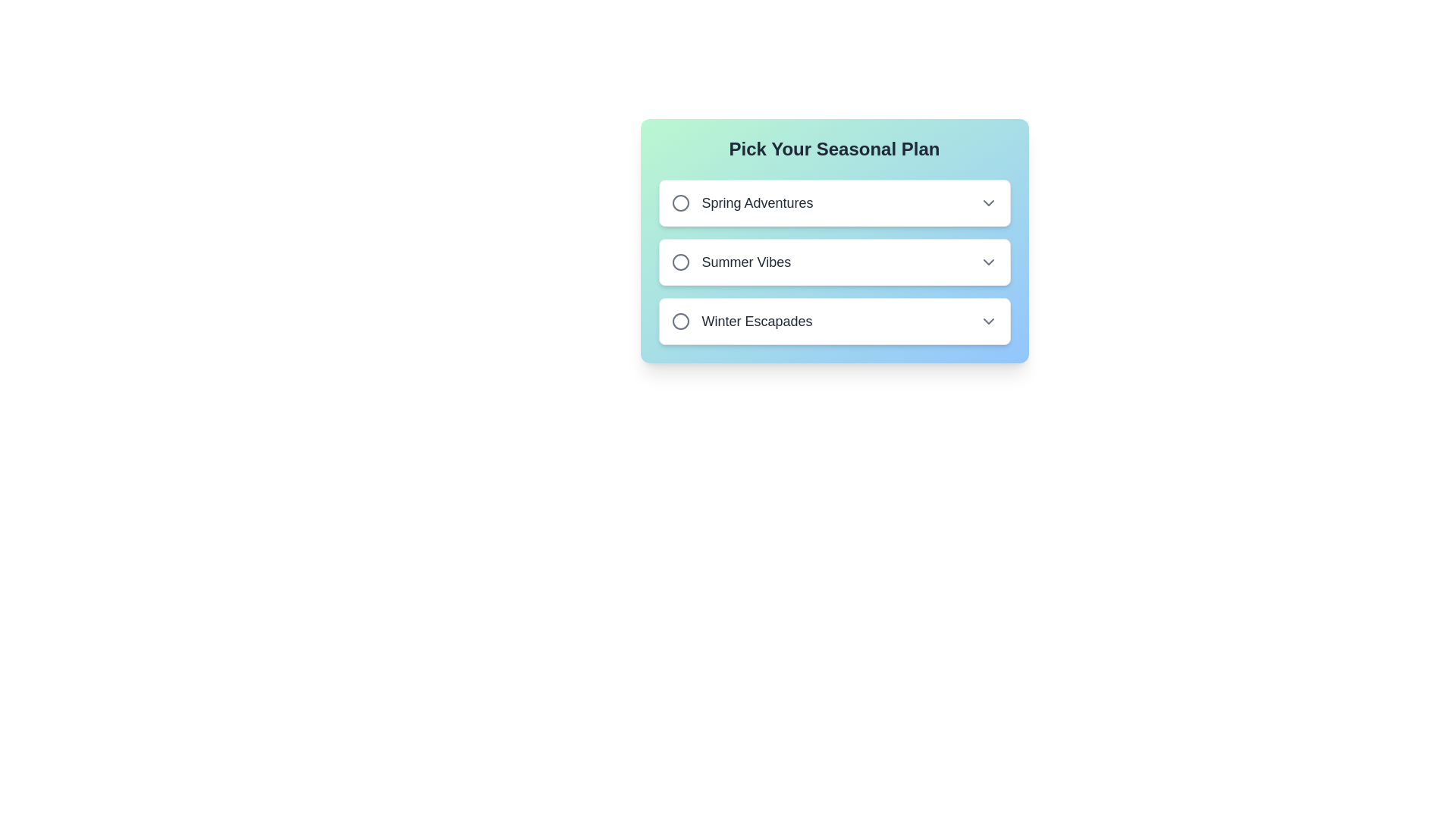 Image resolution: width=1456 pixels, height=819 pixels. Describe the element at coordinates (988, 262) in the screenshot. I see `the downward-pointing chevron icon indicating a dropdown menu next to the 'Summer Vibes' label` at that location.